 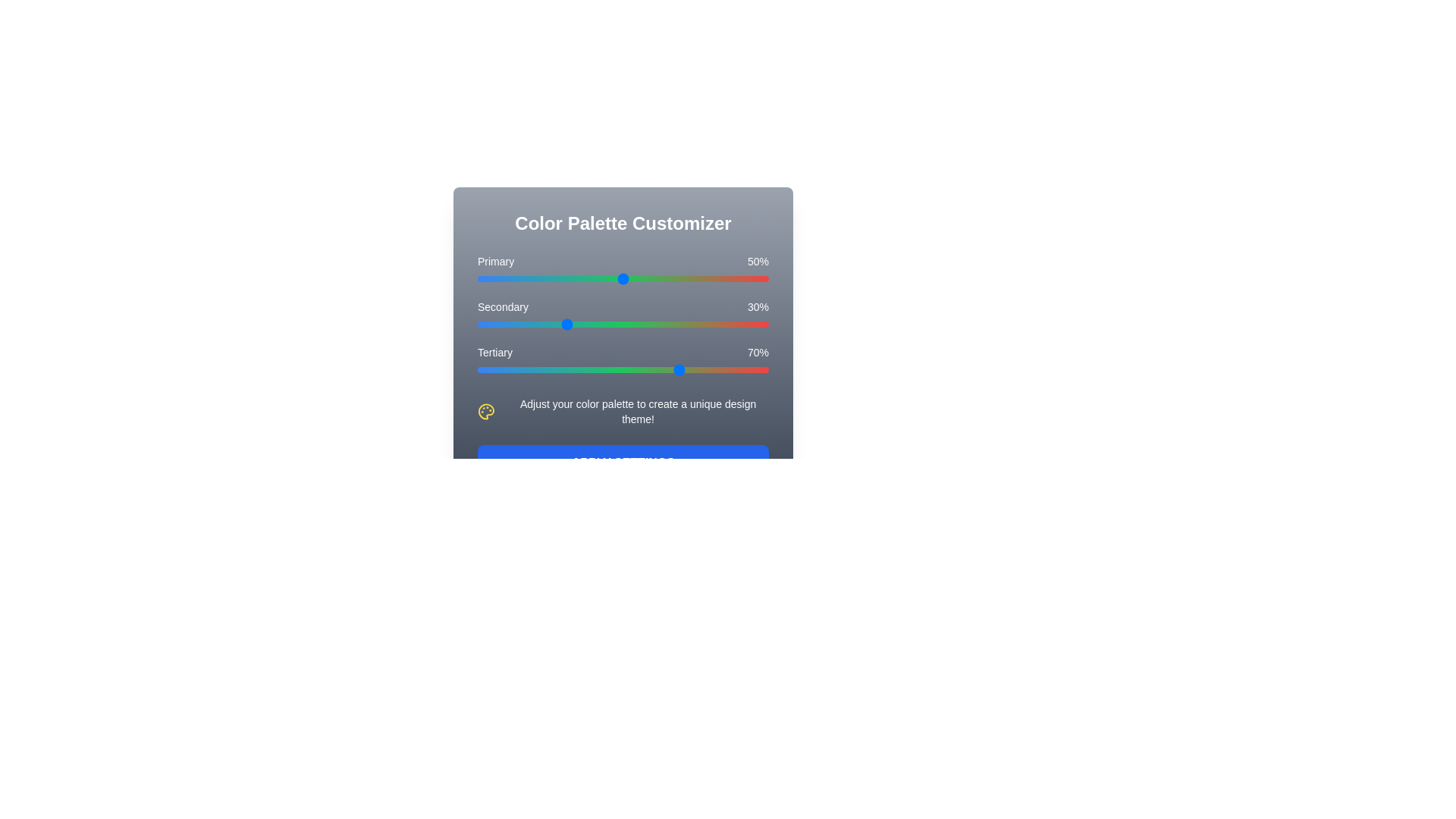 I want to click on the rectangular 'Apply Settings' button with a blue background located at the bottom of the 'Color Palette Customizer' section to trigger a visual effect, so click(x=623, y=462).